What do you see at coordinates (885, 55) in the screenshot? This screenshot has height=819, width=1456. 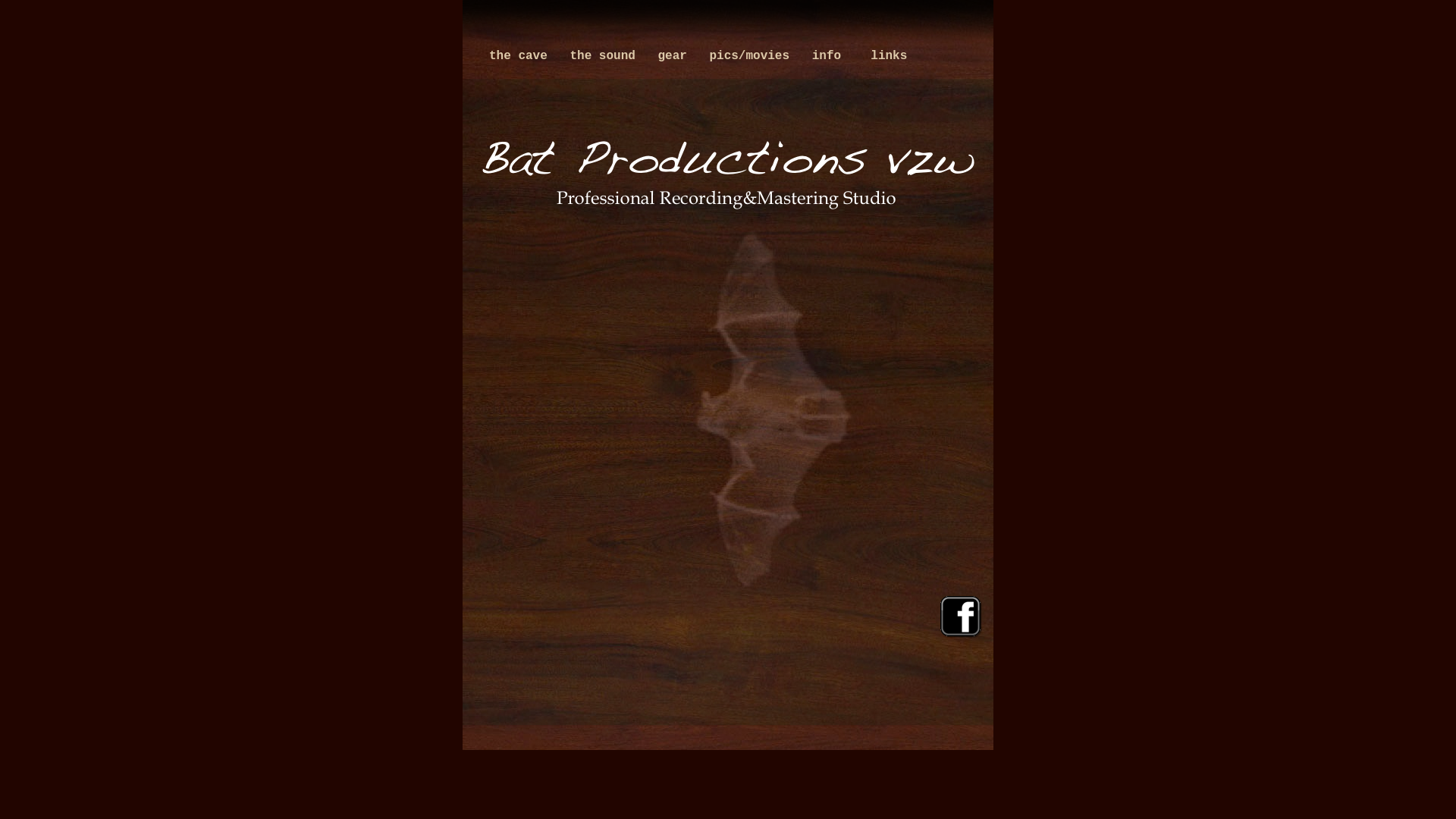 I see `' links'` at bounding box center [885, 55].